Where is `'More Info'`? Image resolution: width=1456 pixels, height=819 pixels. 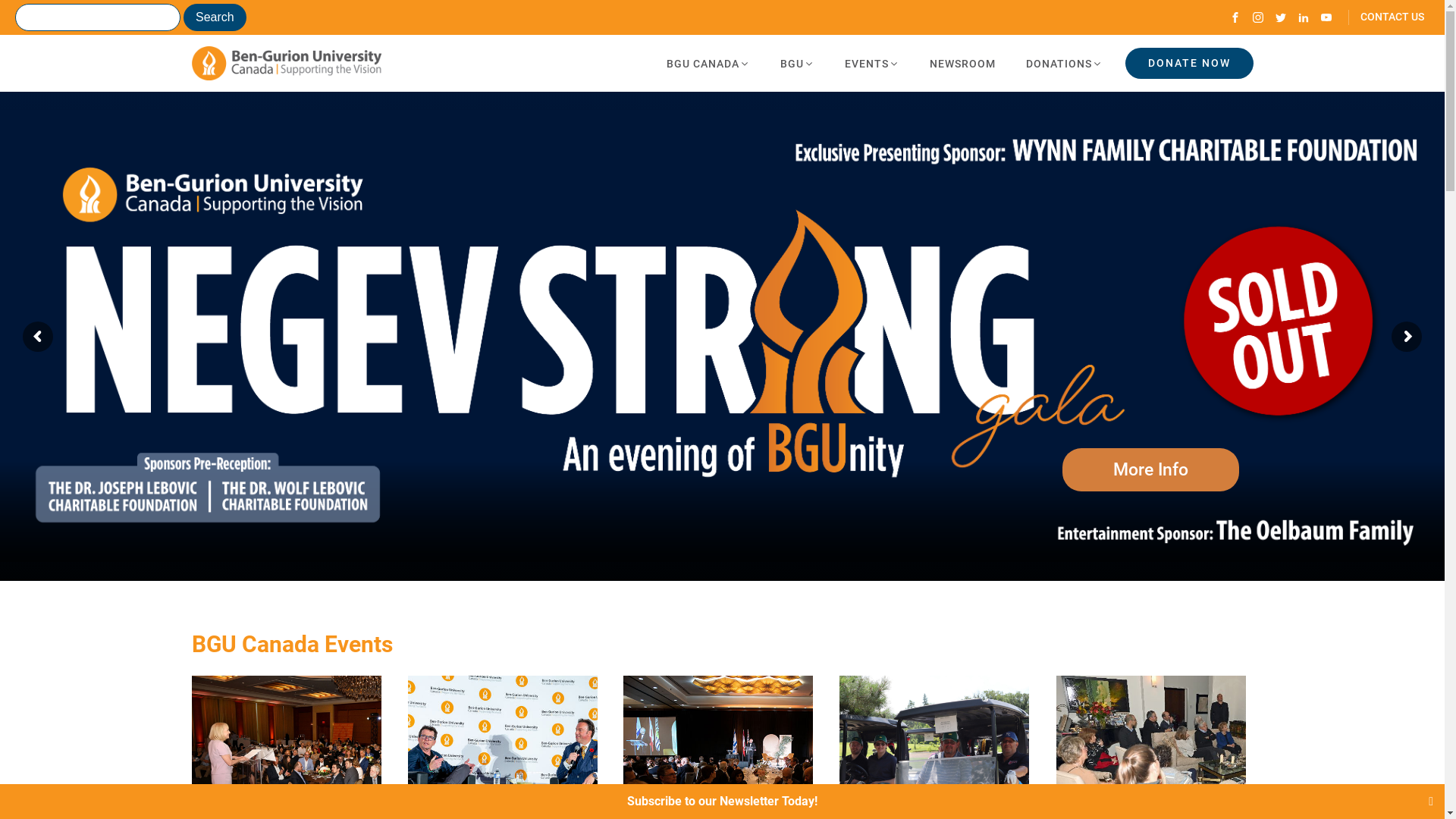
'More Info' is located at coordinates (1150, 469).